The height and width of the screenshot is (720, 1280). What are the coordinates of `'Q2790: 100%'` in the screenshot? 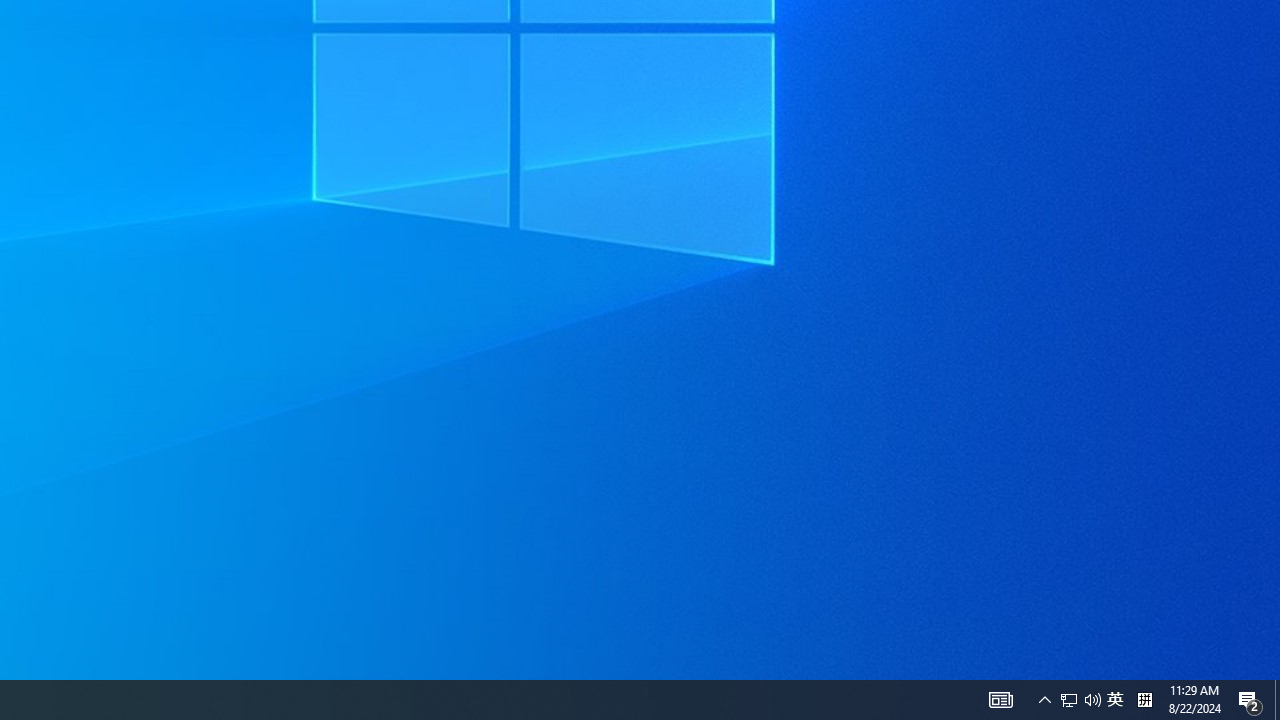 It's located at (1092, 698).